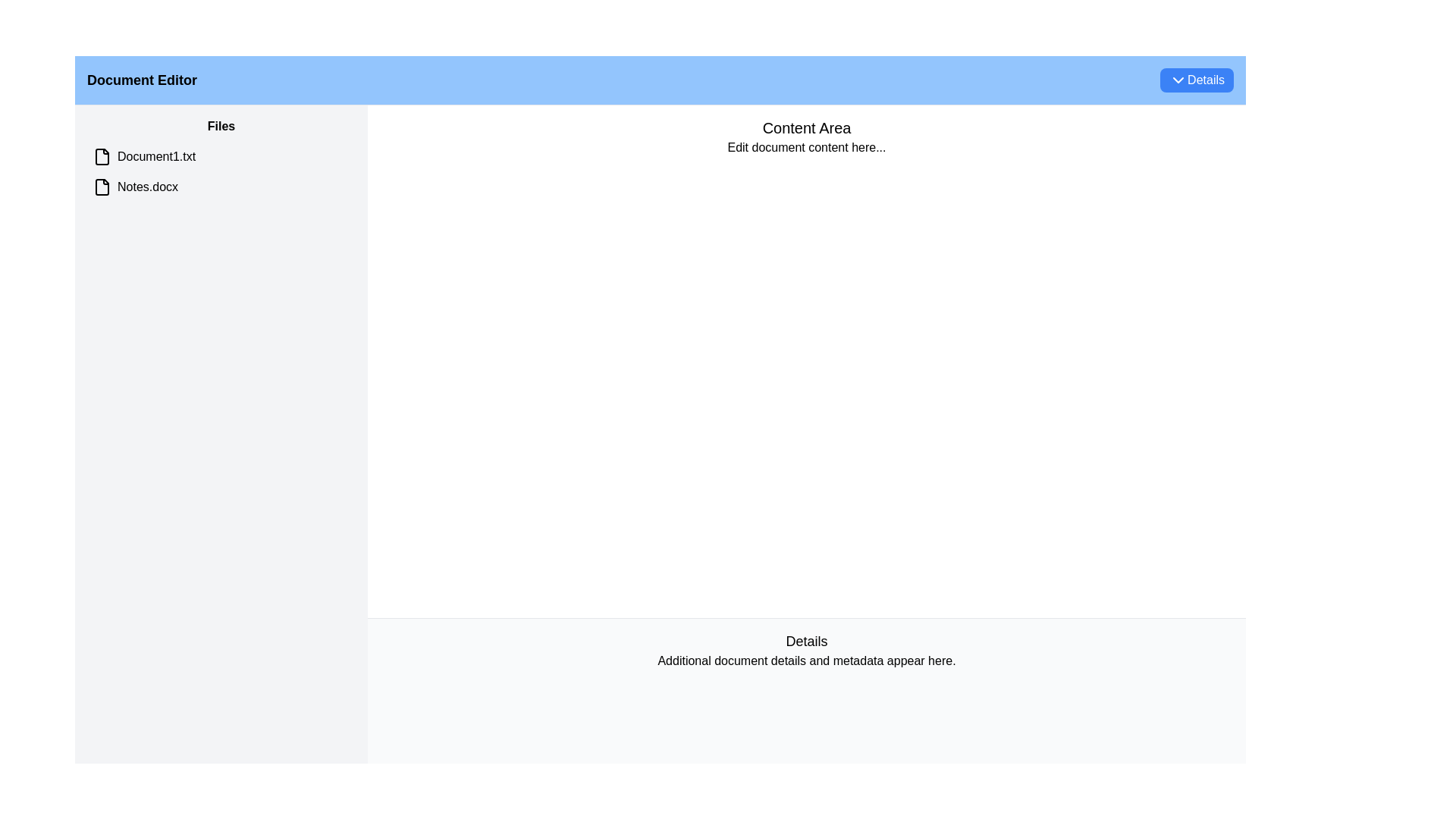  What do you see at coordinates (101, 157) in the screenshot?
I see `the file icon representing 'Document1.txt', which is styled with a standard file outline and a slight fold at the top-right corner, located in the top-left region of the application interface` at bounding box center [101, 157].